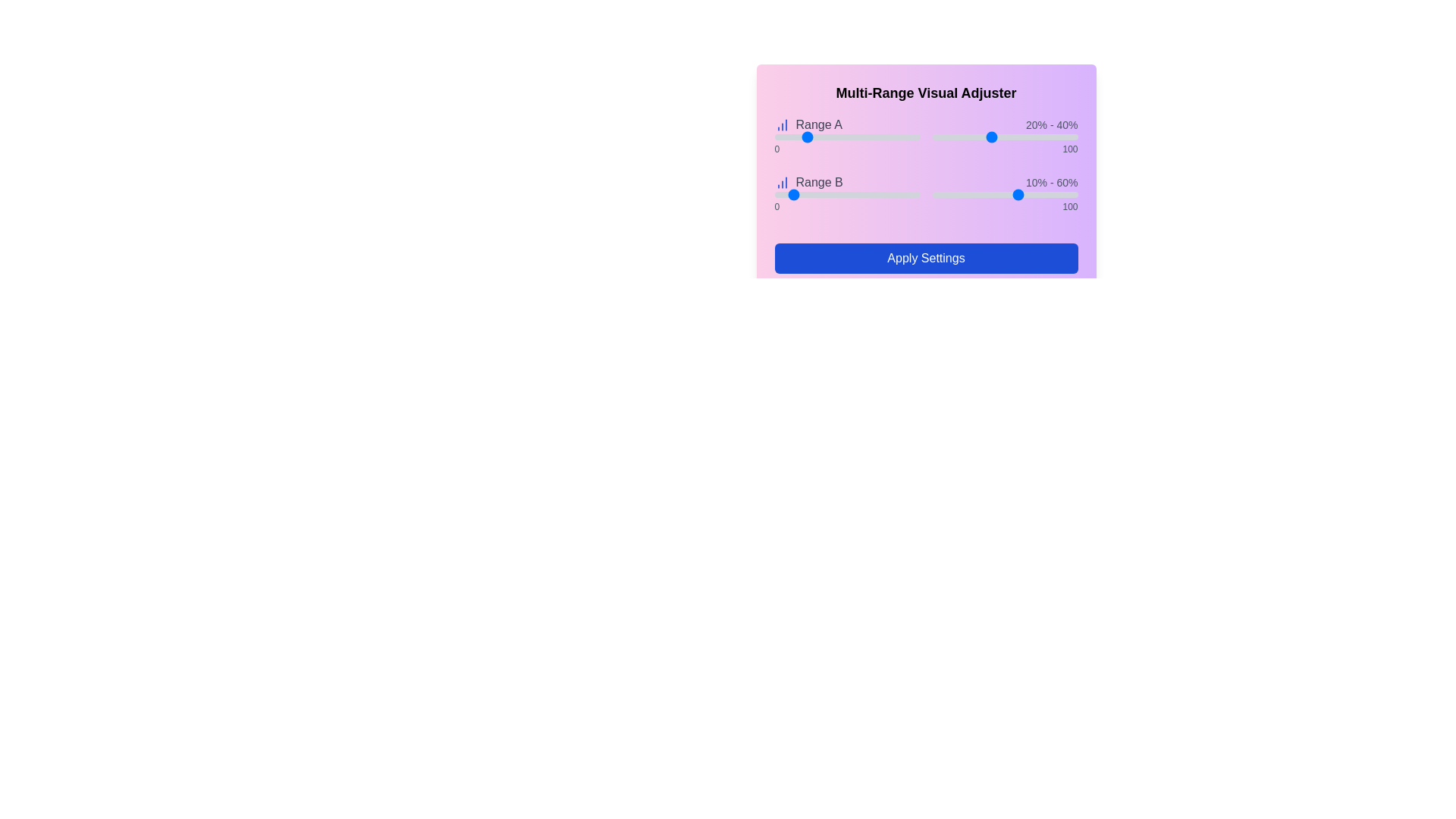  I want to click on the slider, so click(890, 137).